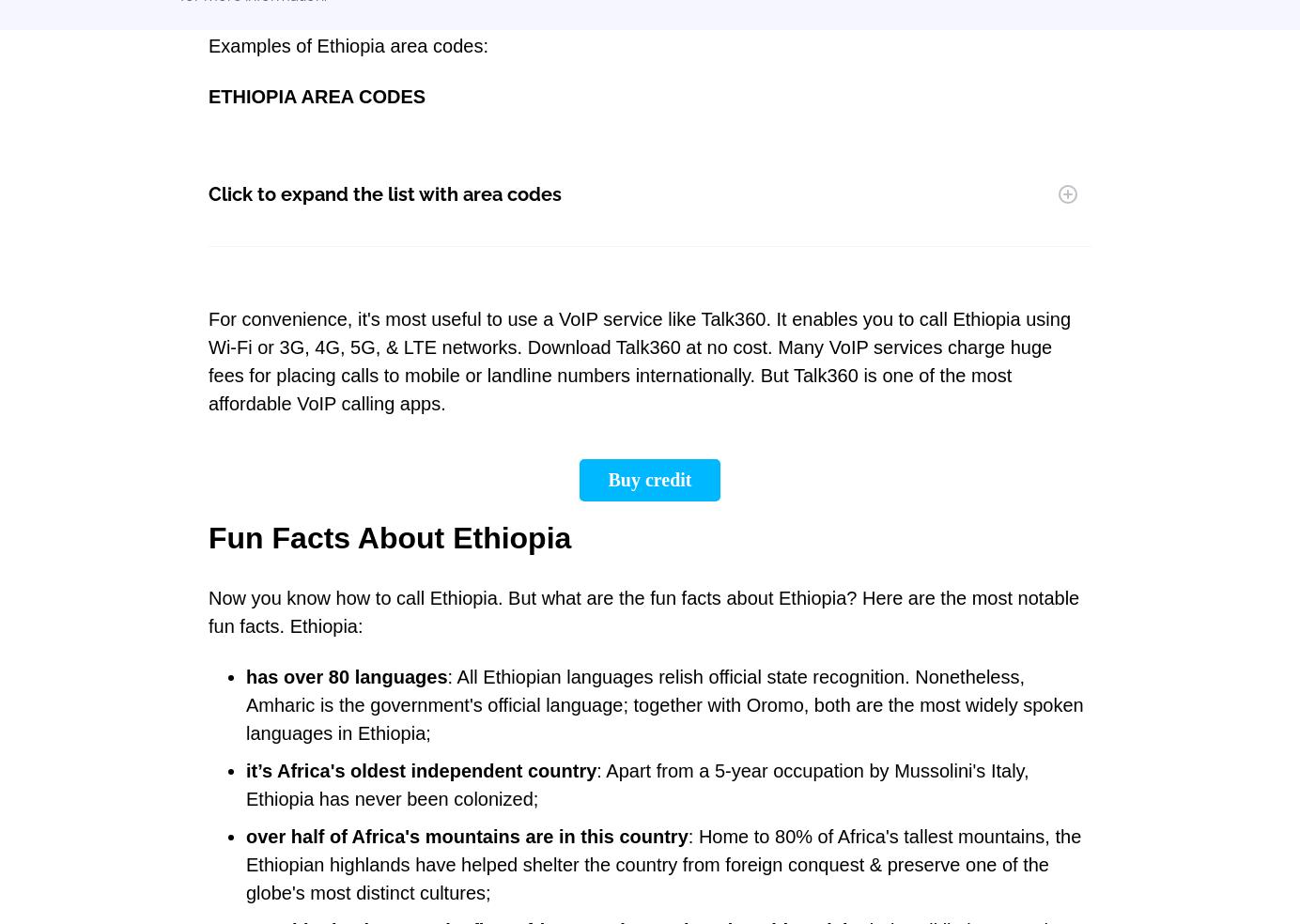 This screenshot has height=924, width=1300. What do you see at coordinates (244, 837) in the screenshot?
I see `'over half of Africa's mountains are in this country'` at bounding box center [244, 837].